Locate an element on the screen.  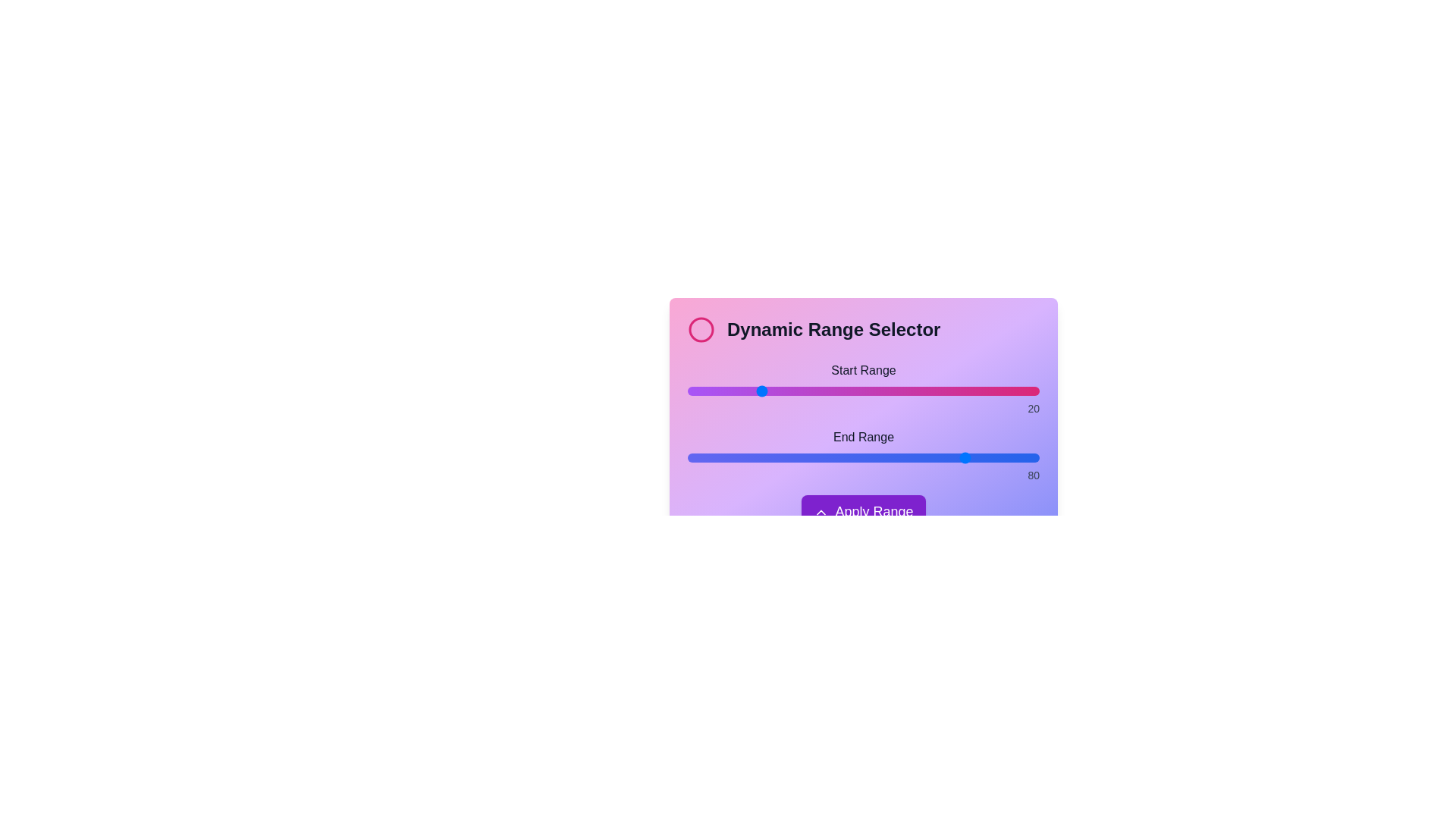
the 'Apply Range' button to submit the selected range is located at coordinates (863, 512).